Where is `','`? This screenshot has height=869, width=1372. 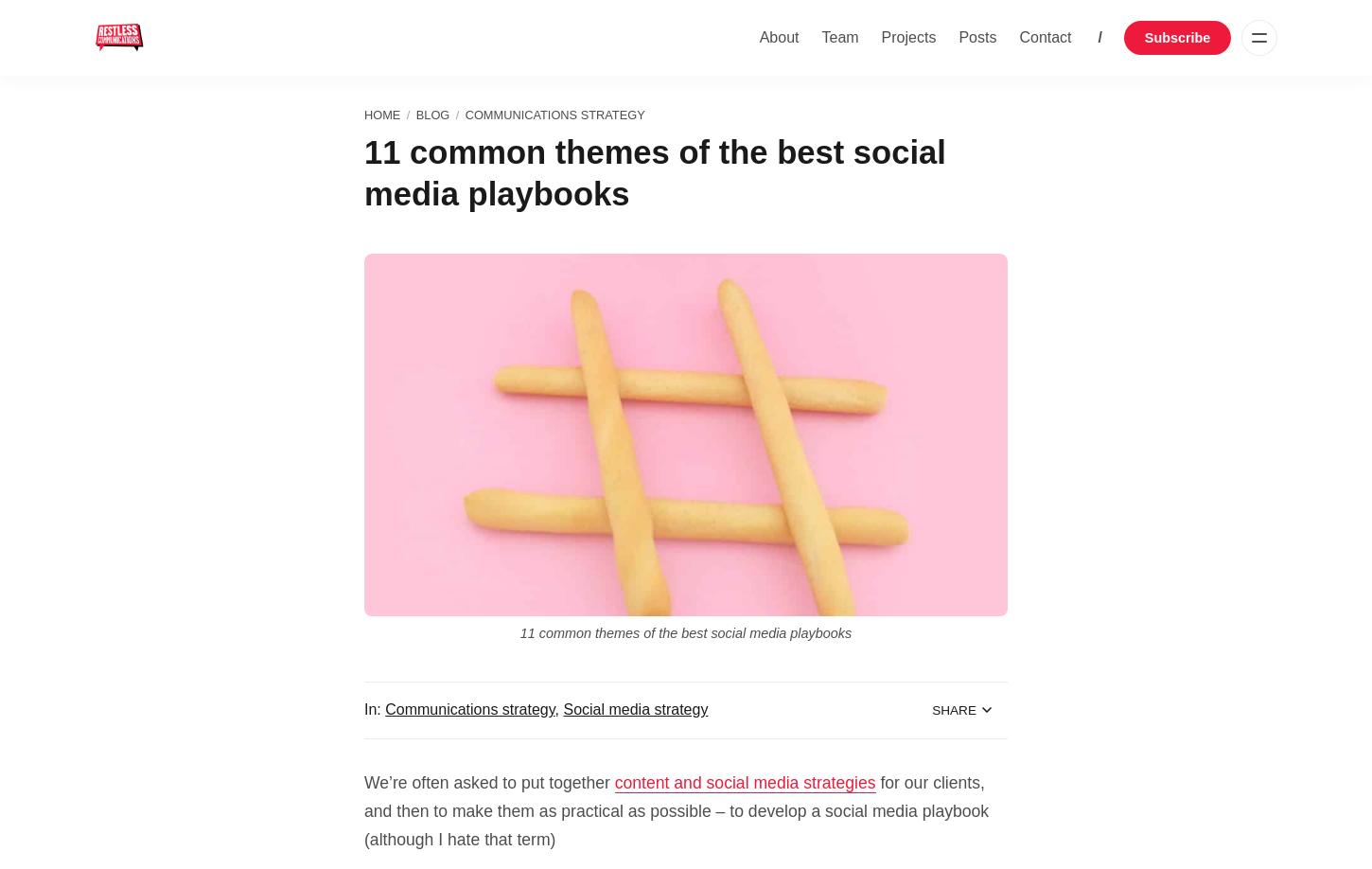 ',' is located at coordinates (558, 707).